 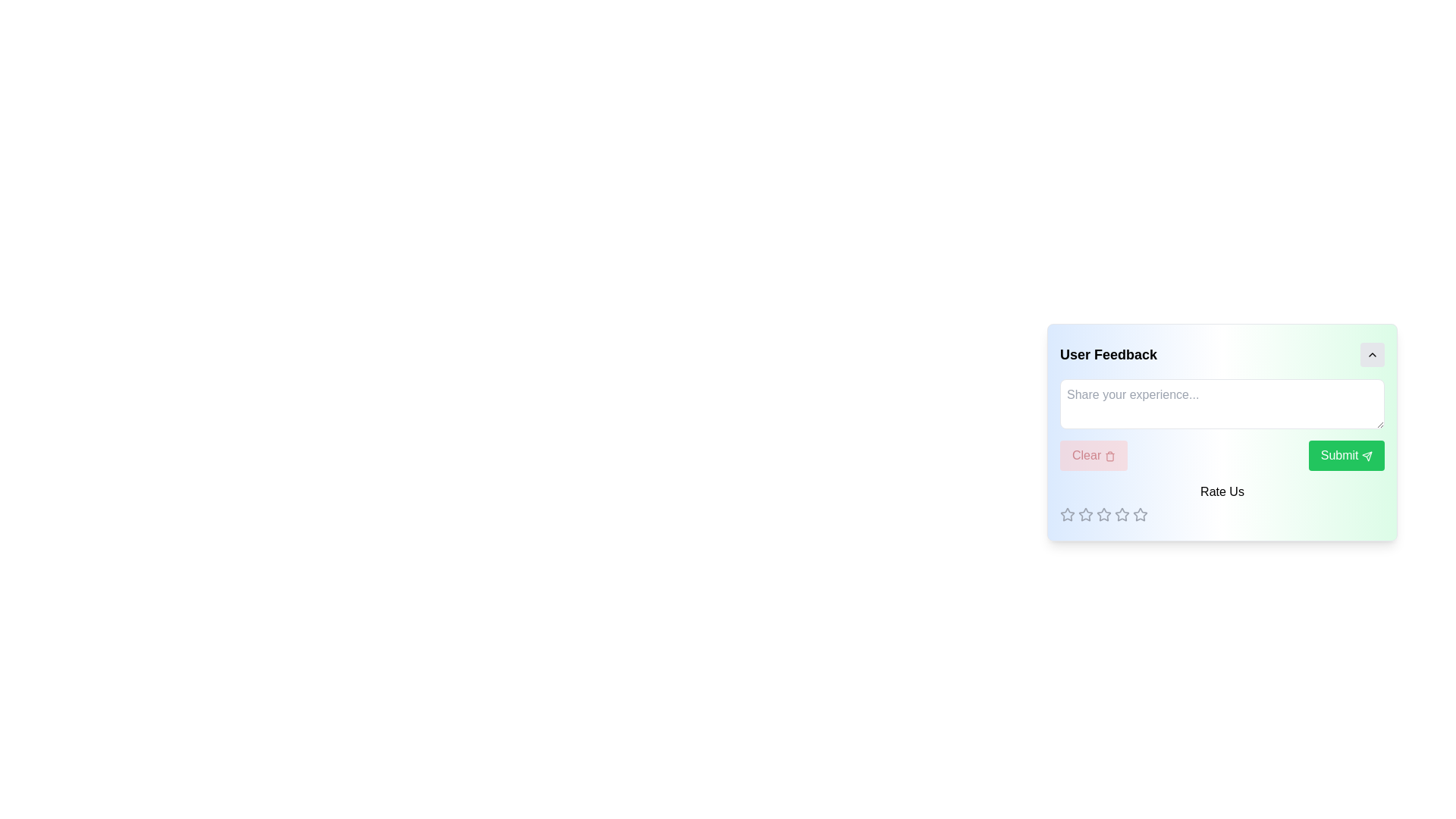 What do you see at coordinates (1139, 513) in the screenshot?
I see `the fourth star icon in the row of five star icons to set the rating` at bounding box center [1139, 513].